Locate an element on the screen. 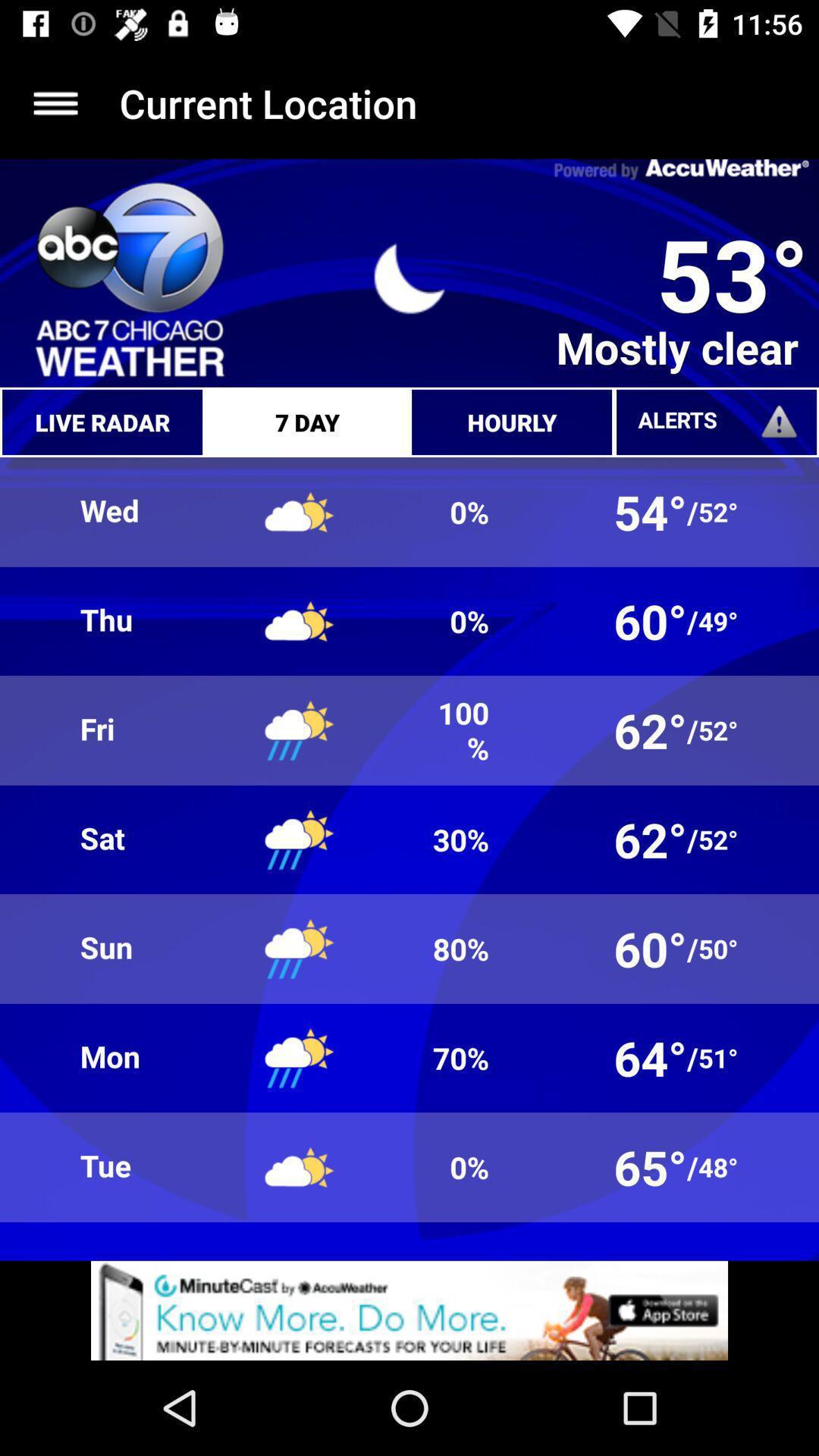 The image size is (819, 1456). hamburger icon to check history setting etc is located at coordinates (55, 102).